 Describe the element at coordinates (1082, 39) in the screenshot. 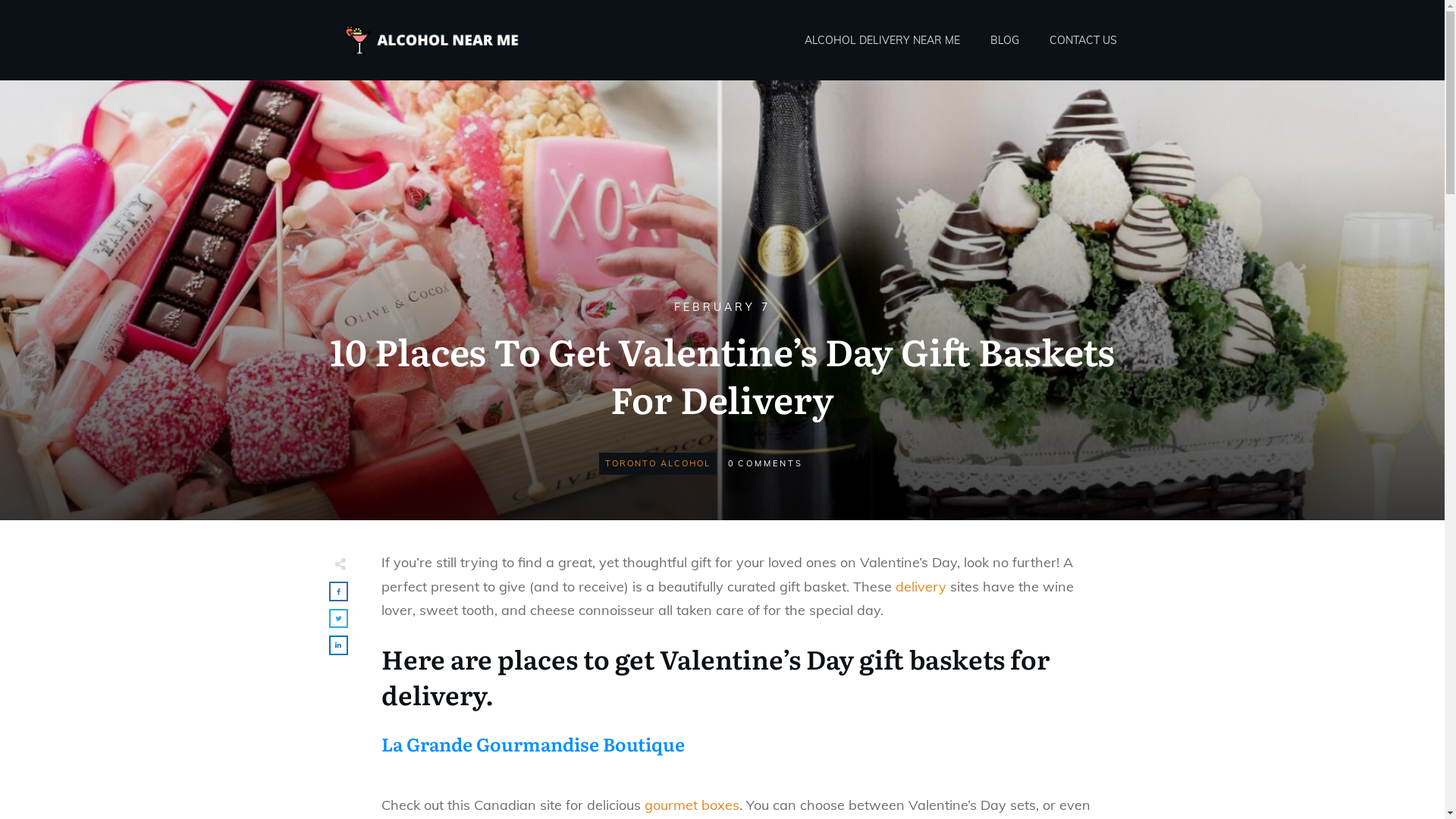

I see `'CONTACT US'` at that location.